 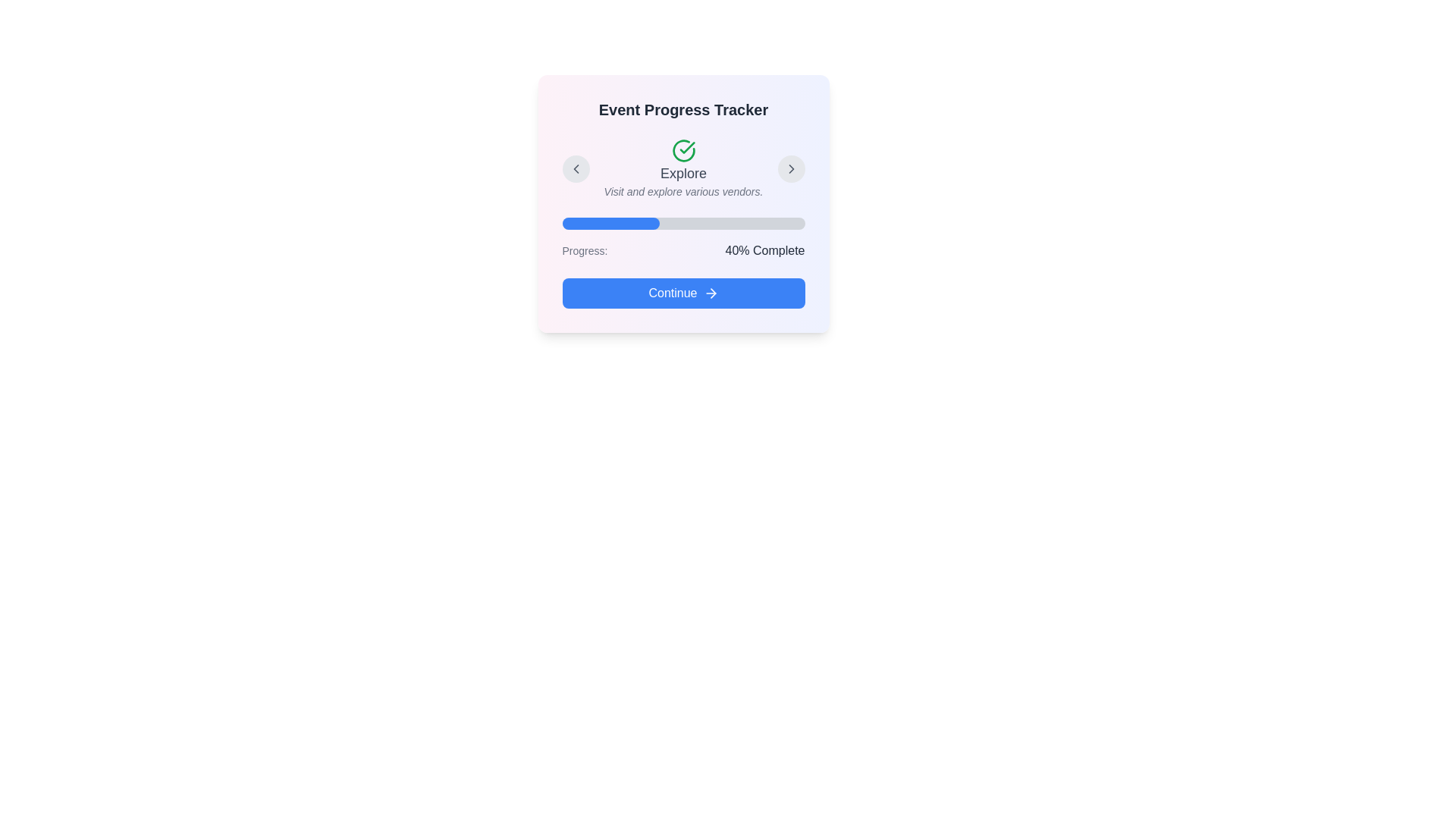 What do you see at coordinates (682, 169) in the screenshot?
I see `the descriptive text of the compound element containing the navigational control, check icon, and text 'Explore' and 'Visit and explore various vendors.'` at bounding box center [682, 169].